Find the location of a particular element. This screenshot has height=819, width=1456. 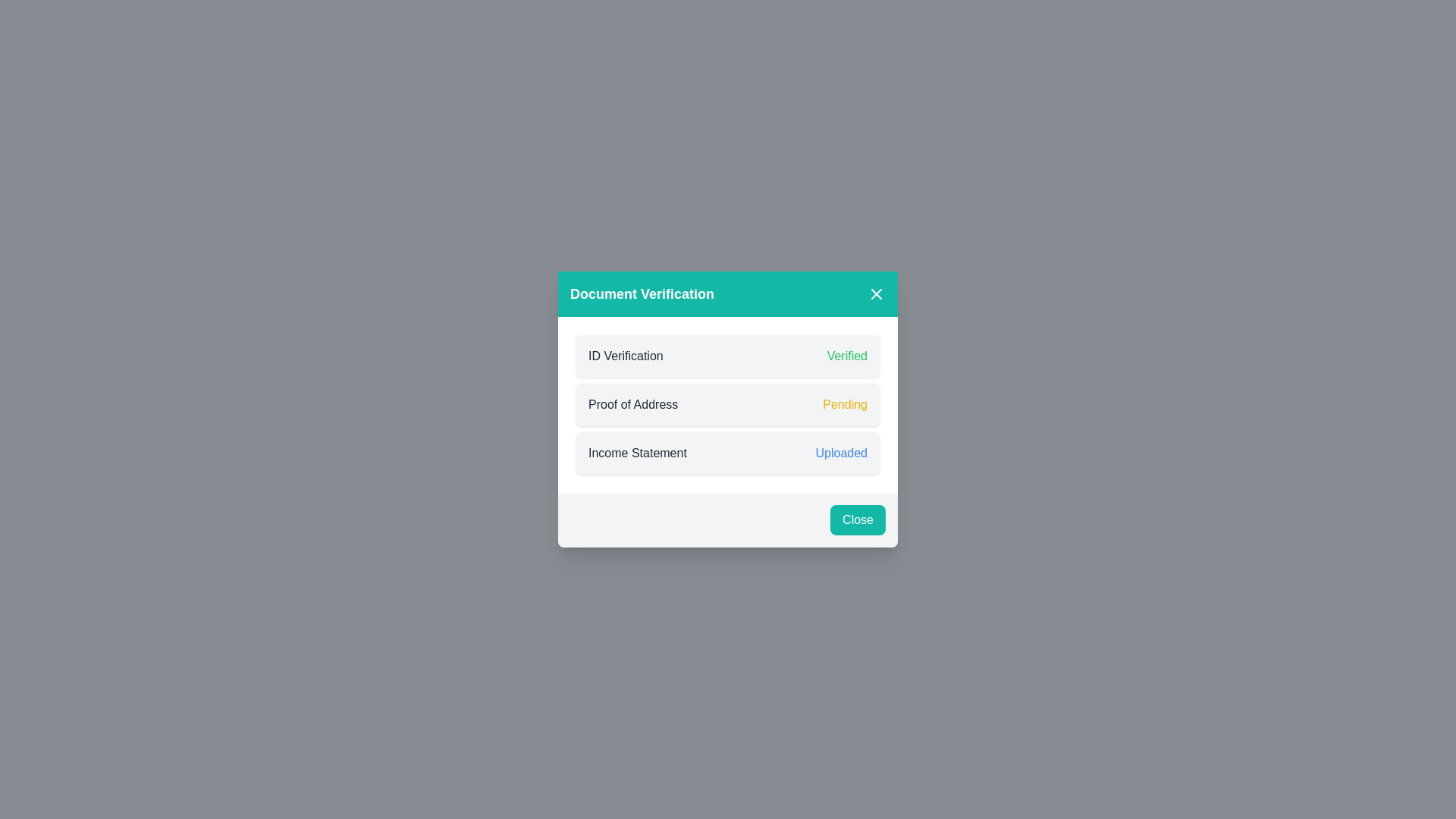

document status from the Status indicator that contains 'Income Statement' on the left and 'Uploaded' on the right, which is the third item in a vertically stacked list is located at coordinates (728, 452).